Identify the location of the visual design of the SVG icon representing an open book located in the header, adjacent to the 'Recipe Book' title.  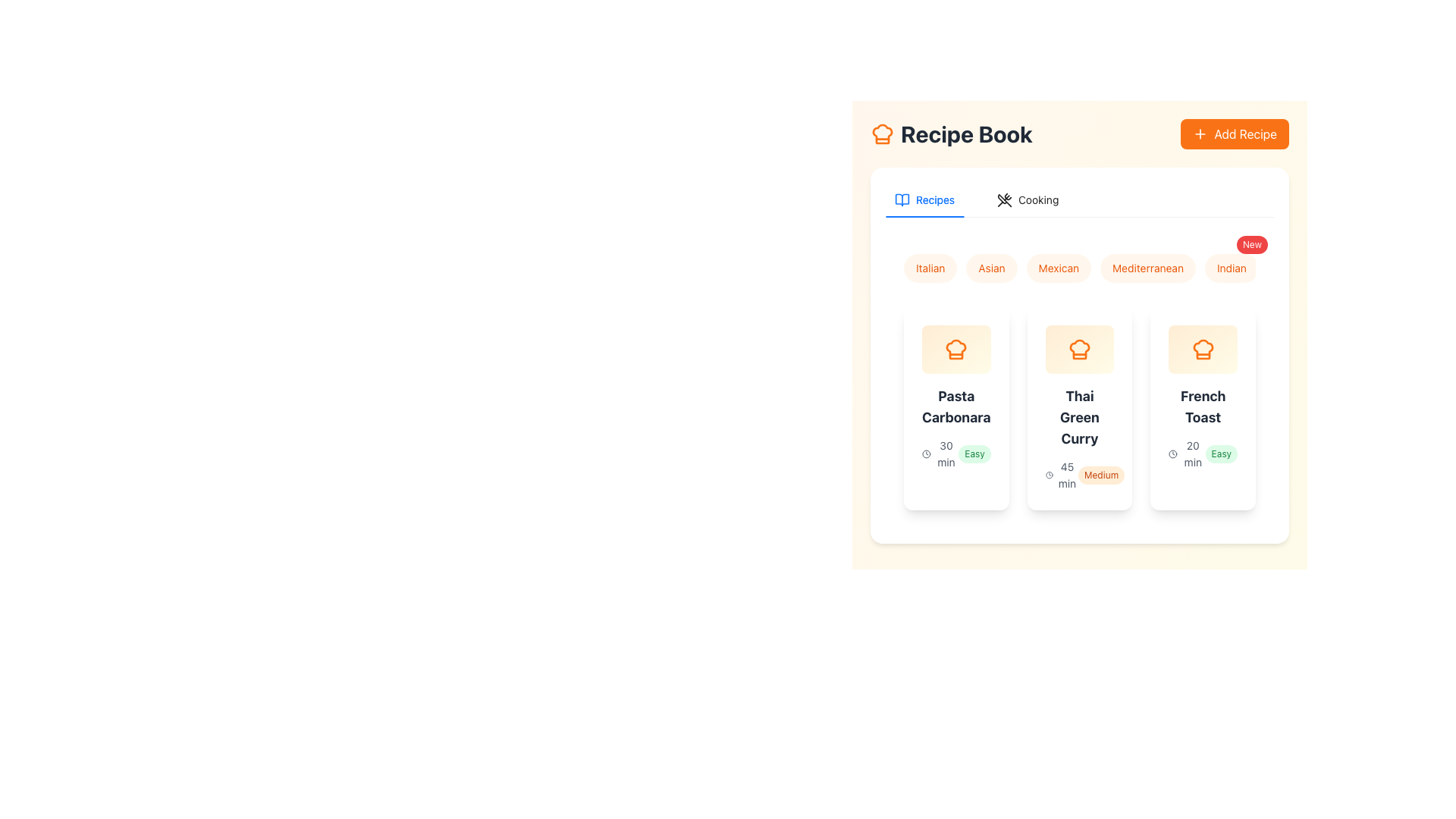
(902, 199).